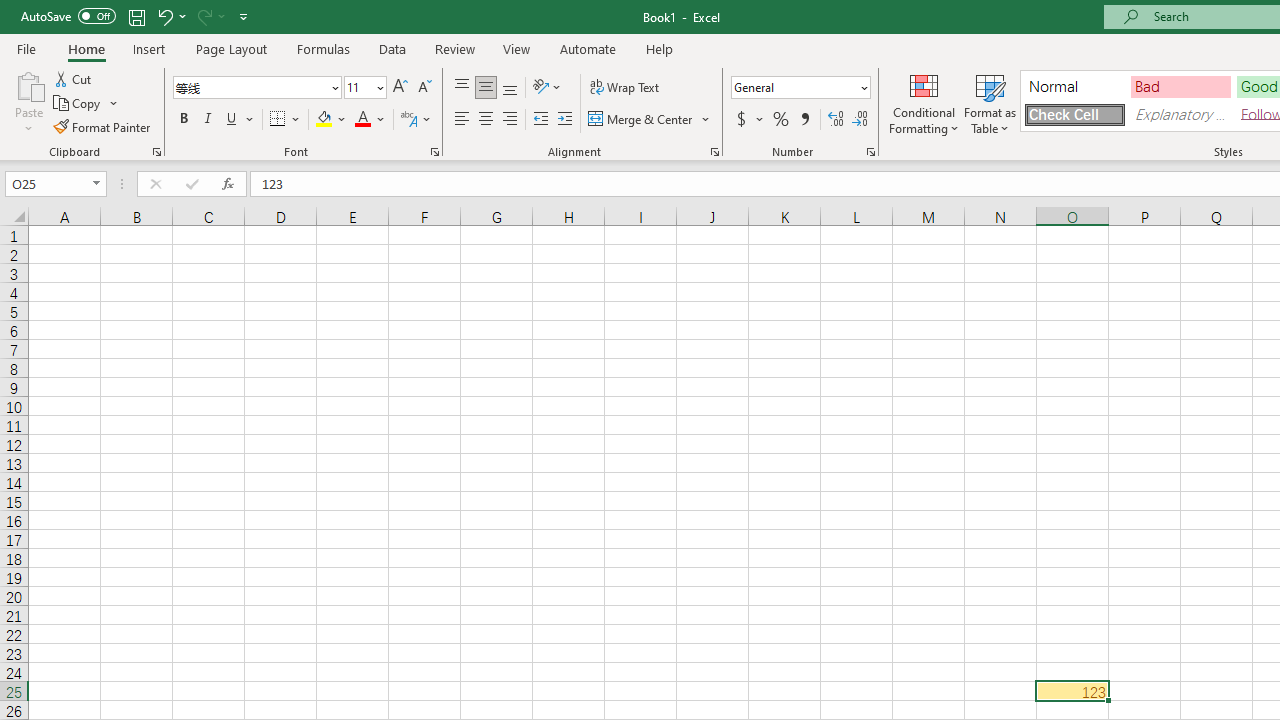  What do you see at coordinates (517, 48) in the screenshot?
I see `'View'` at bounding box center [517, 48].